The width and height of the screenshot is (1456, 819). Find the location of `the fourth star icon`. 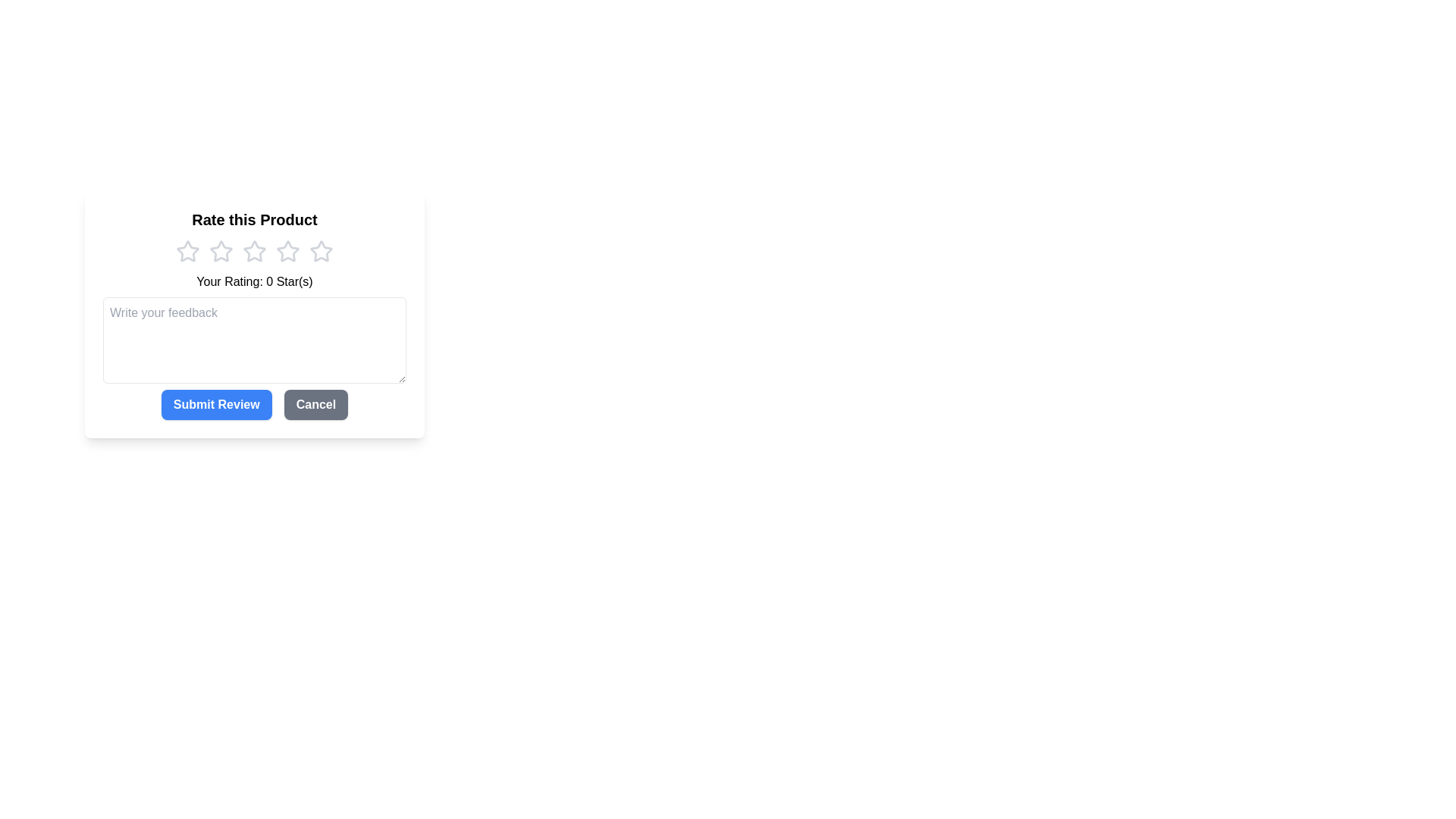

the fourth star icon is located at coordinates (287, 250).